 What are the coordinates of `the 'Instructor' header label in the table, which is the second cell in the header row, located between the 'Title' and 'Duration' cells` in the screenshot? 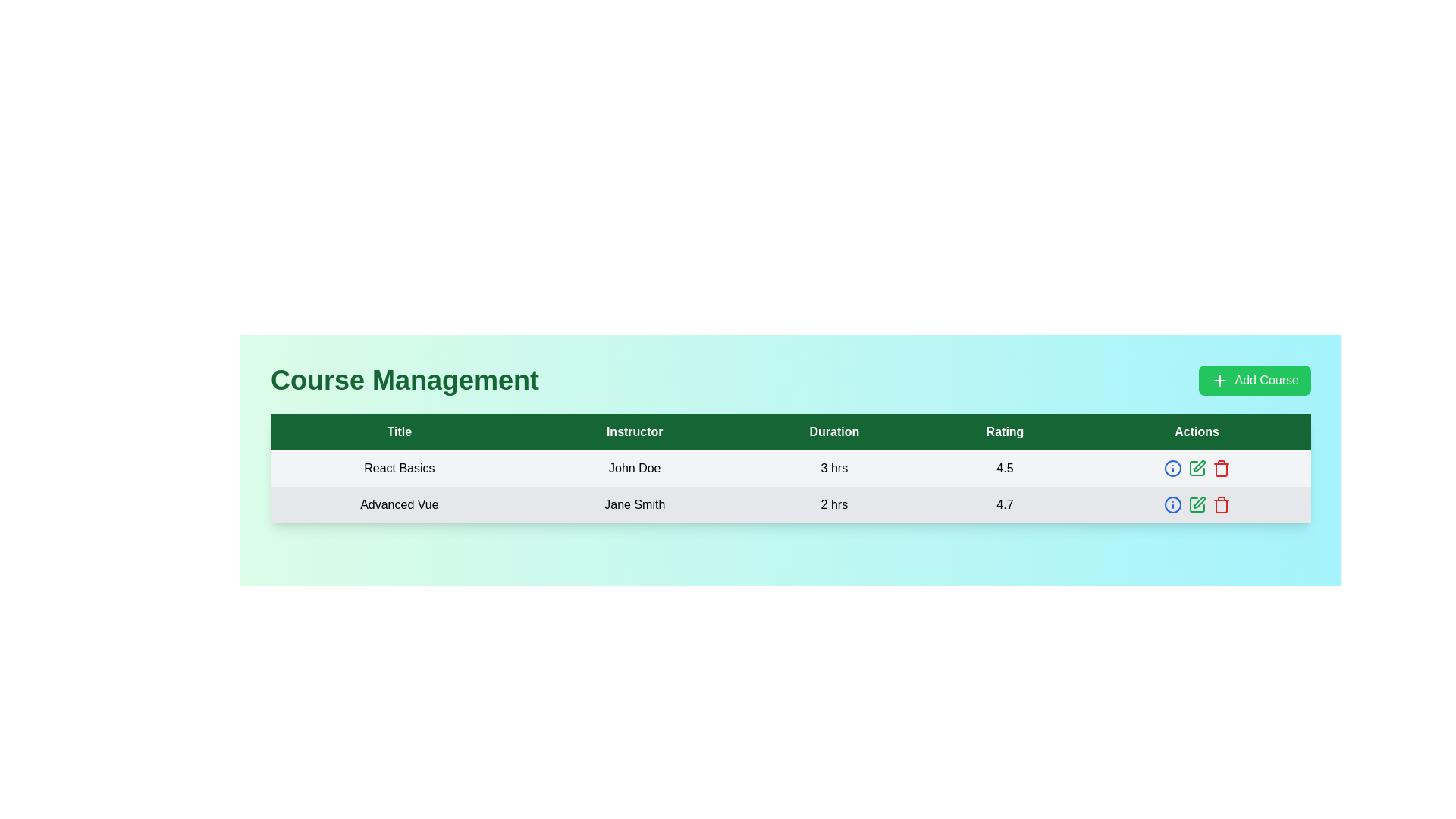 It's located at (635, 432).